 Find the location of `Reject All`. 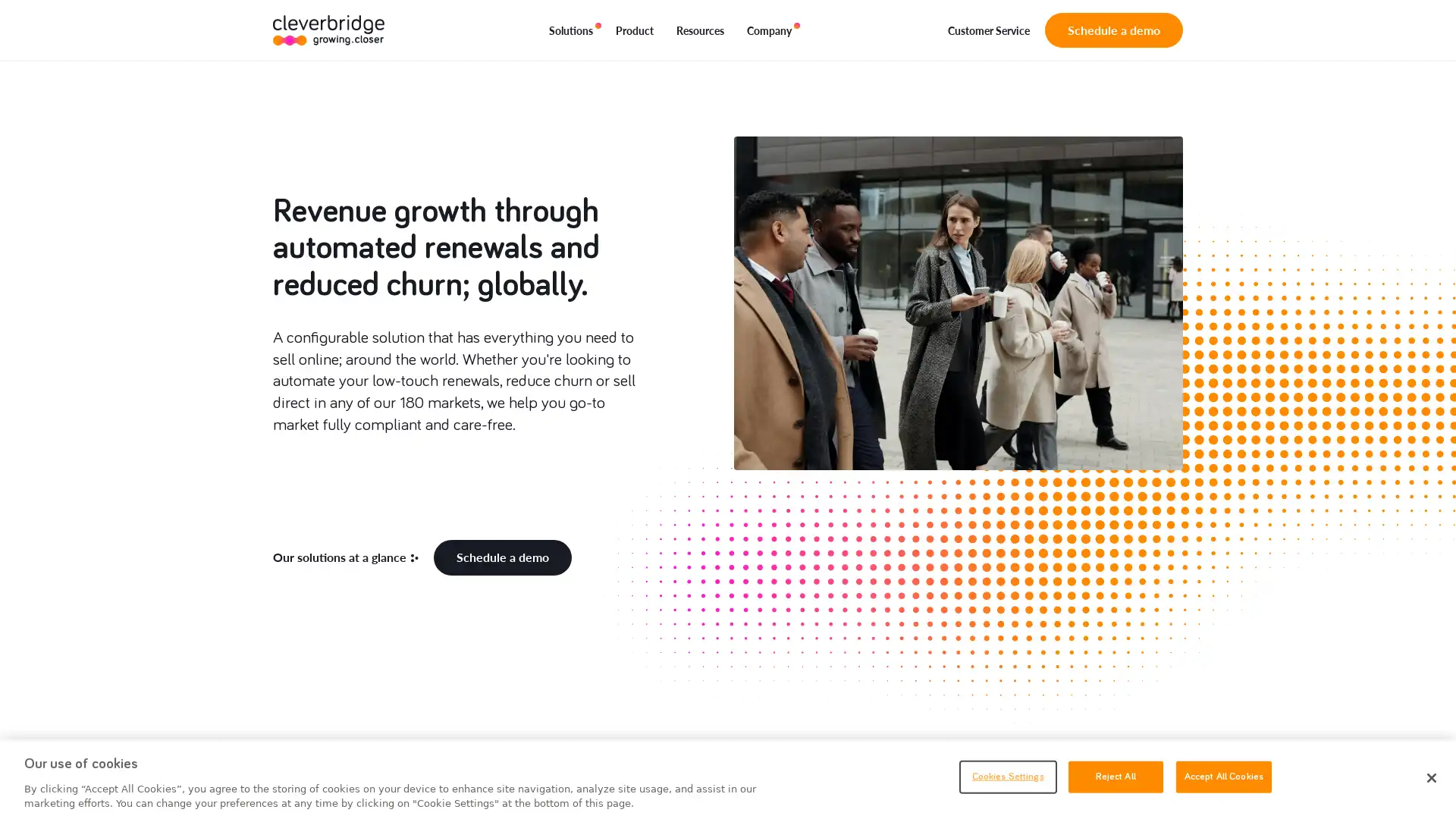

Reject All is located at coordinates (1115, 776).